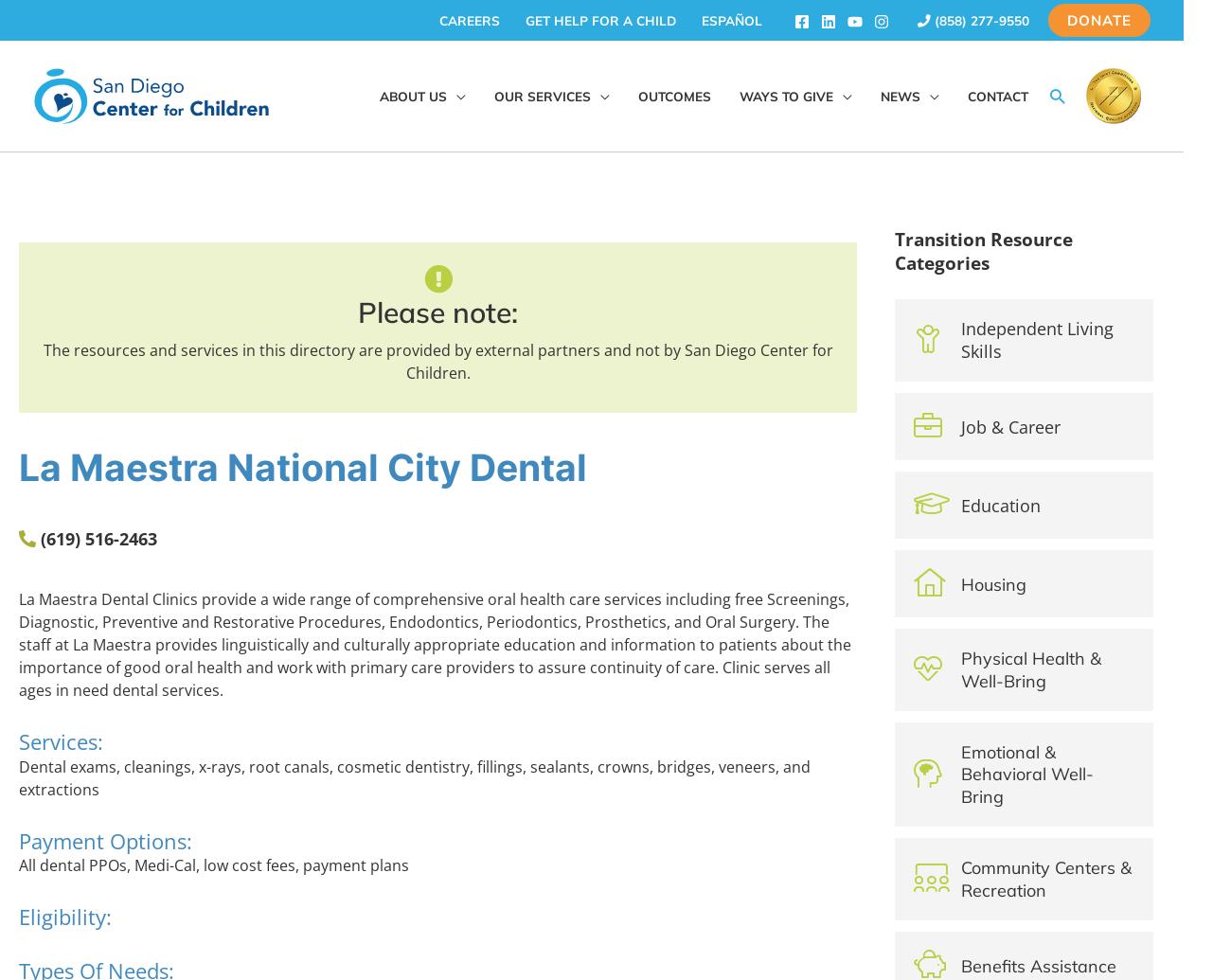 The height and width of the screenshot is (980, 1231). I want to click on 'Services:', so click(61, 739).